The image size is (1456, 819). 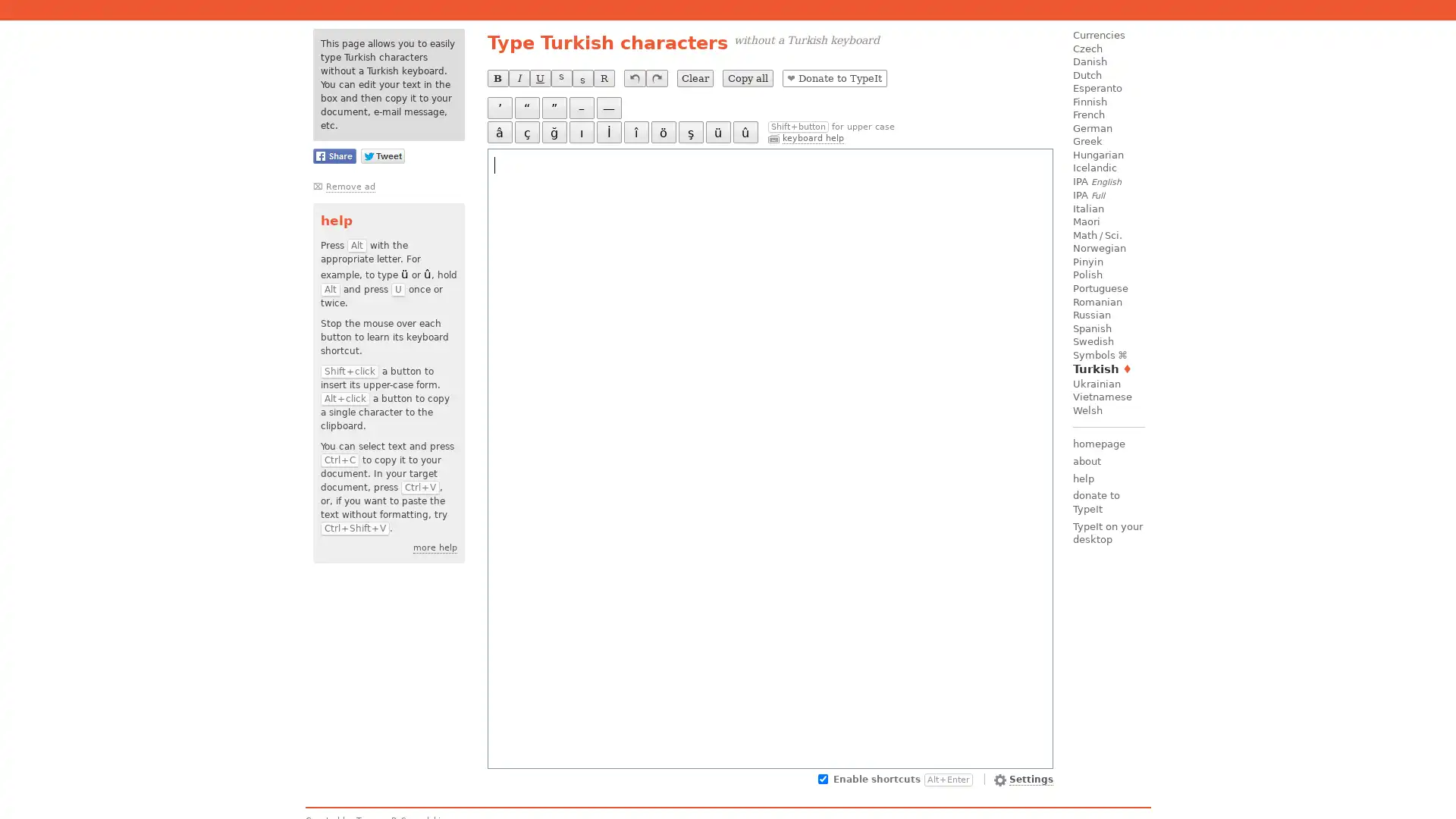 I want to click on c, so click(x=526, y=131).